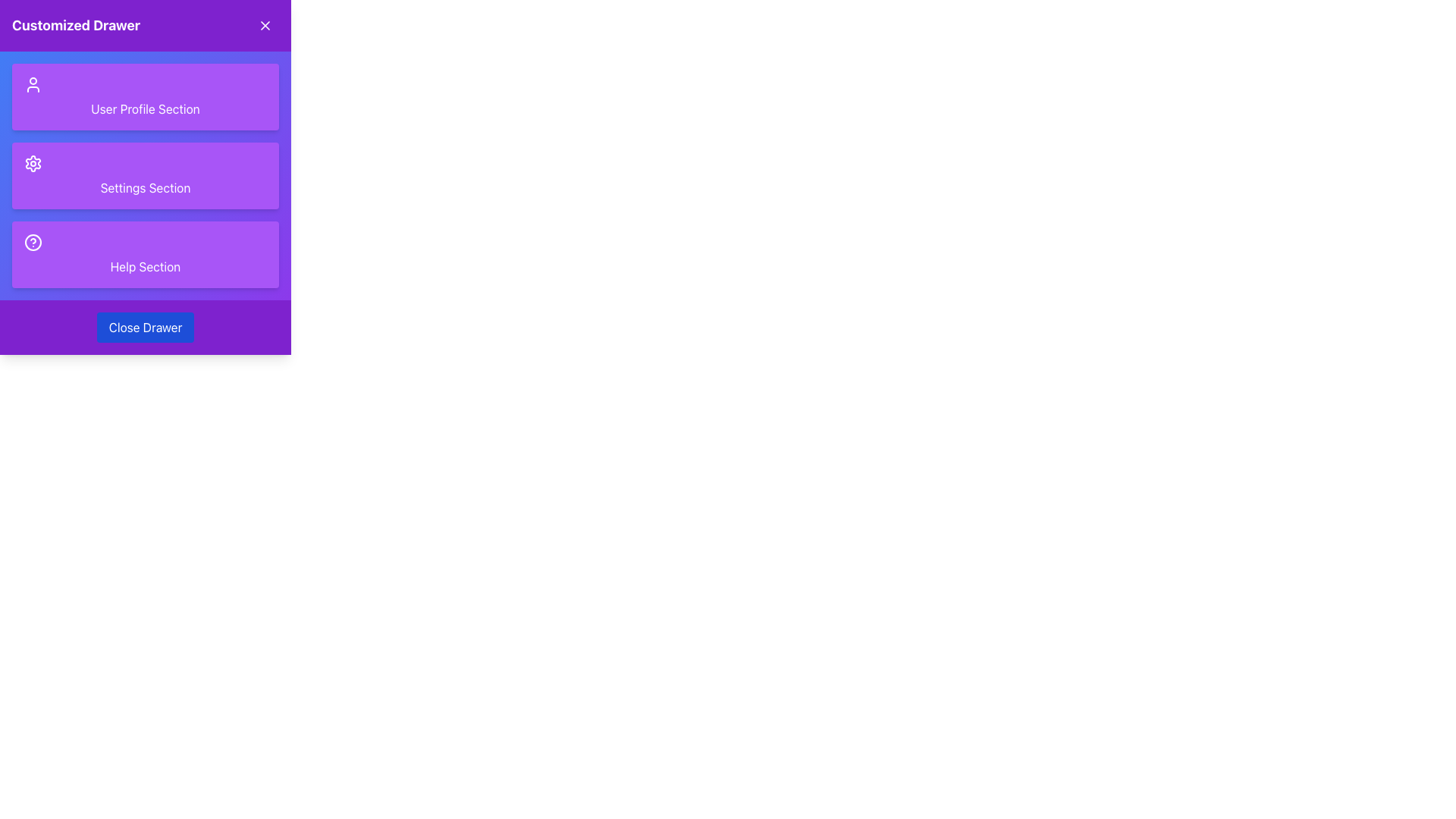  I want to click on text label displaying 'Help Section' located at the center of the purple button in the vertical list of sections, so click(146, 265).